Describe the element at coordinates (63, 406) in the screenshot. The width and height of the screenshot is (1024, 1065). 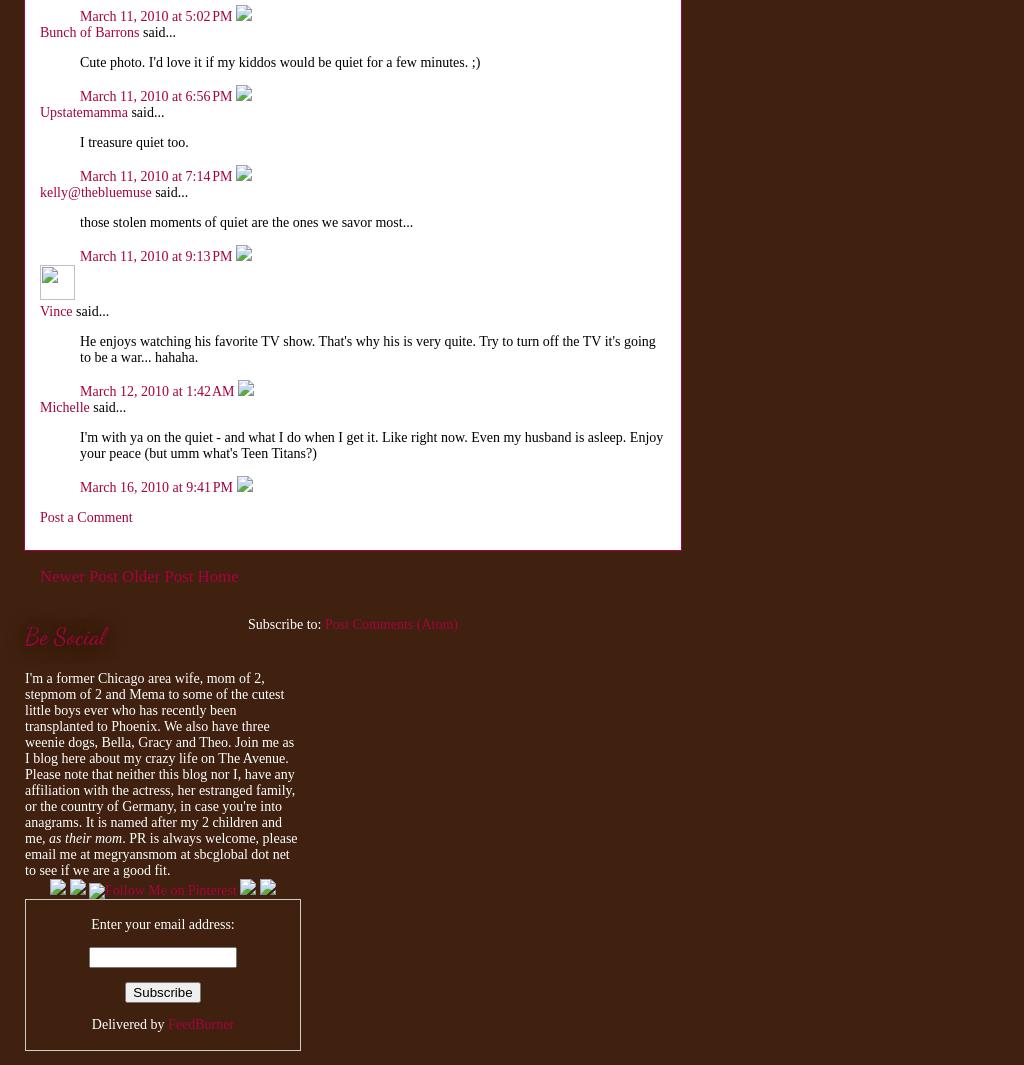
I see `'Michelle'` at that location.